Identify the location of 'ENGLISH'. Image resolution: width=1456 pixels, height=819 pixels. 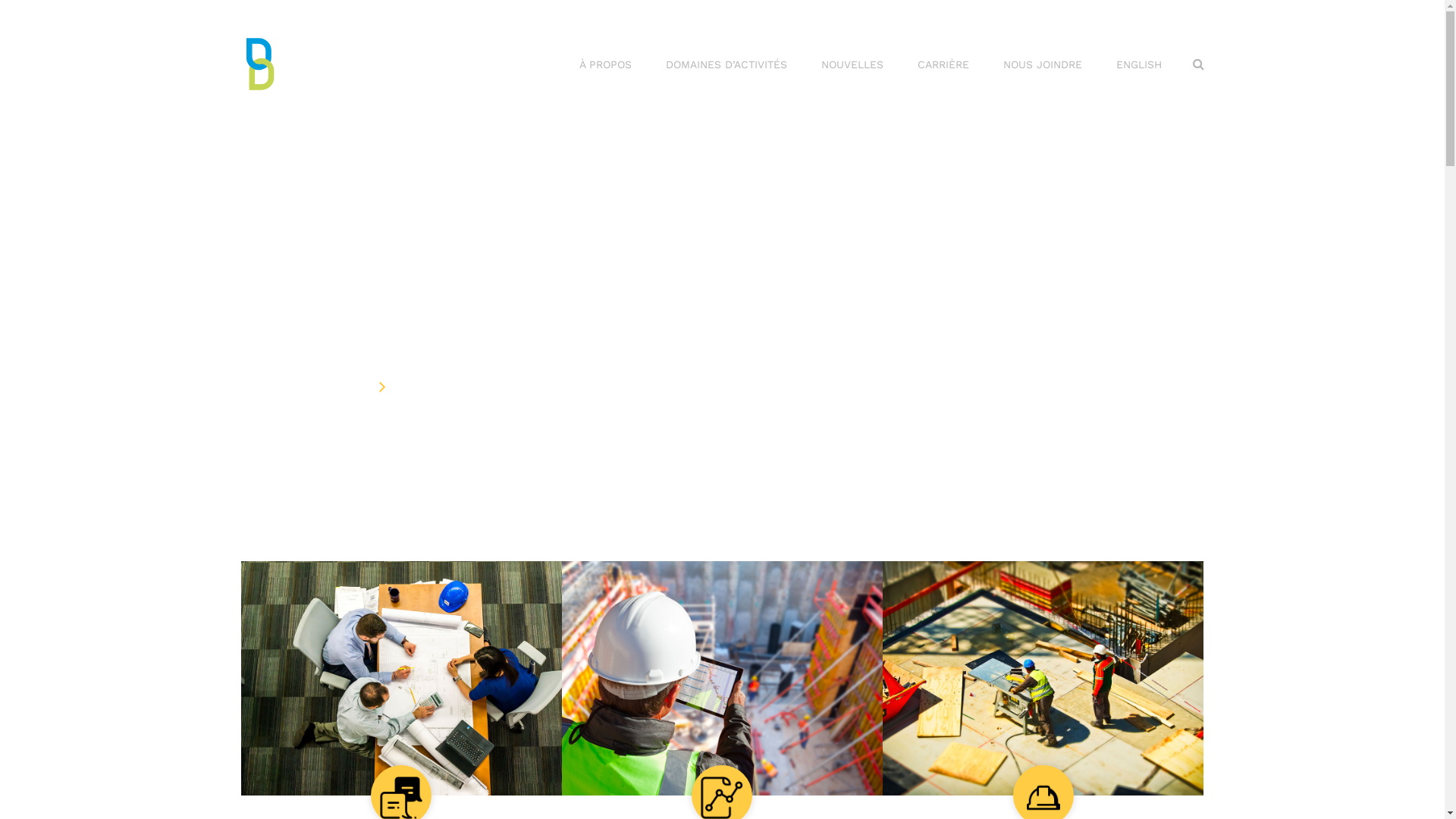
(1139, 64).